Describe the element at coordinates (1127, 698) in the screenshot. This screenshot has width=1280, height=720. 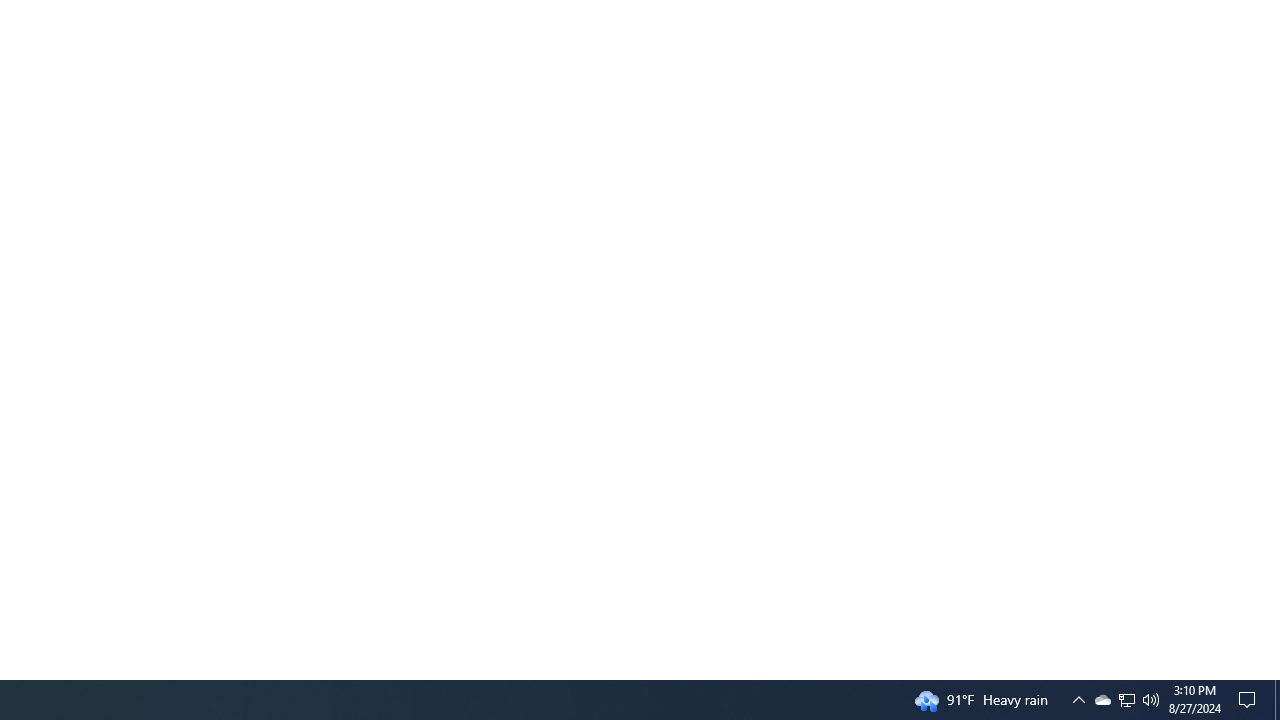
I see `'Notification Chevron'` at that location.